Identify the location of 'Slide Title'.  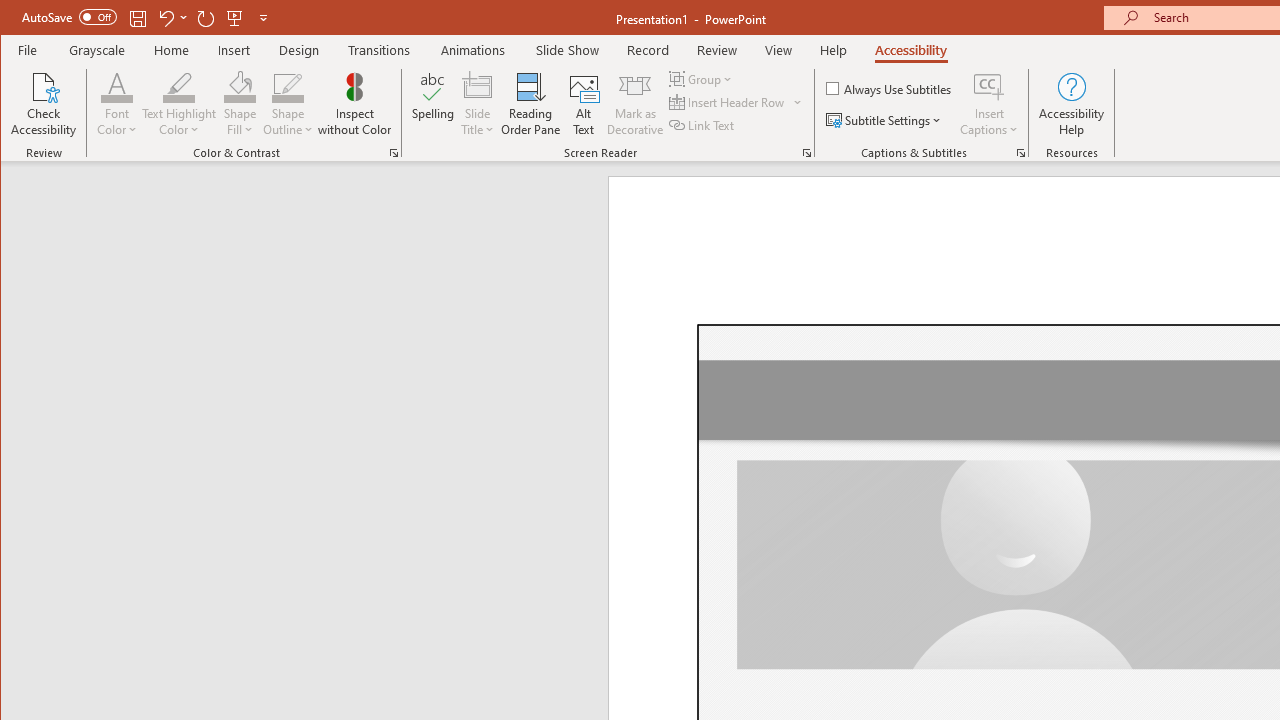
(477, 85).